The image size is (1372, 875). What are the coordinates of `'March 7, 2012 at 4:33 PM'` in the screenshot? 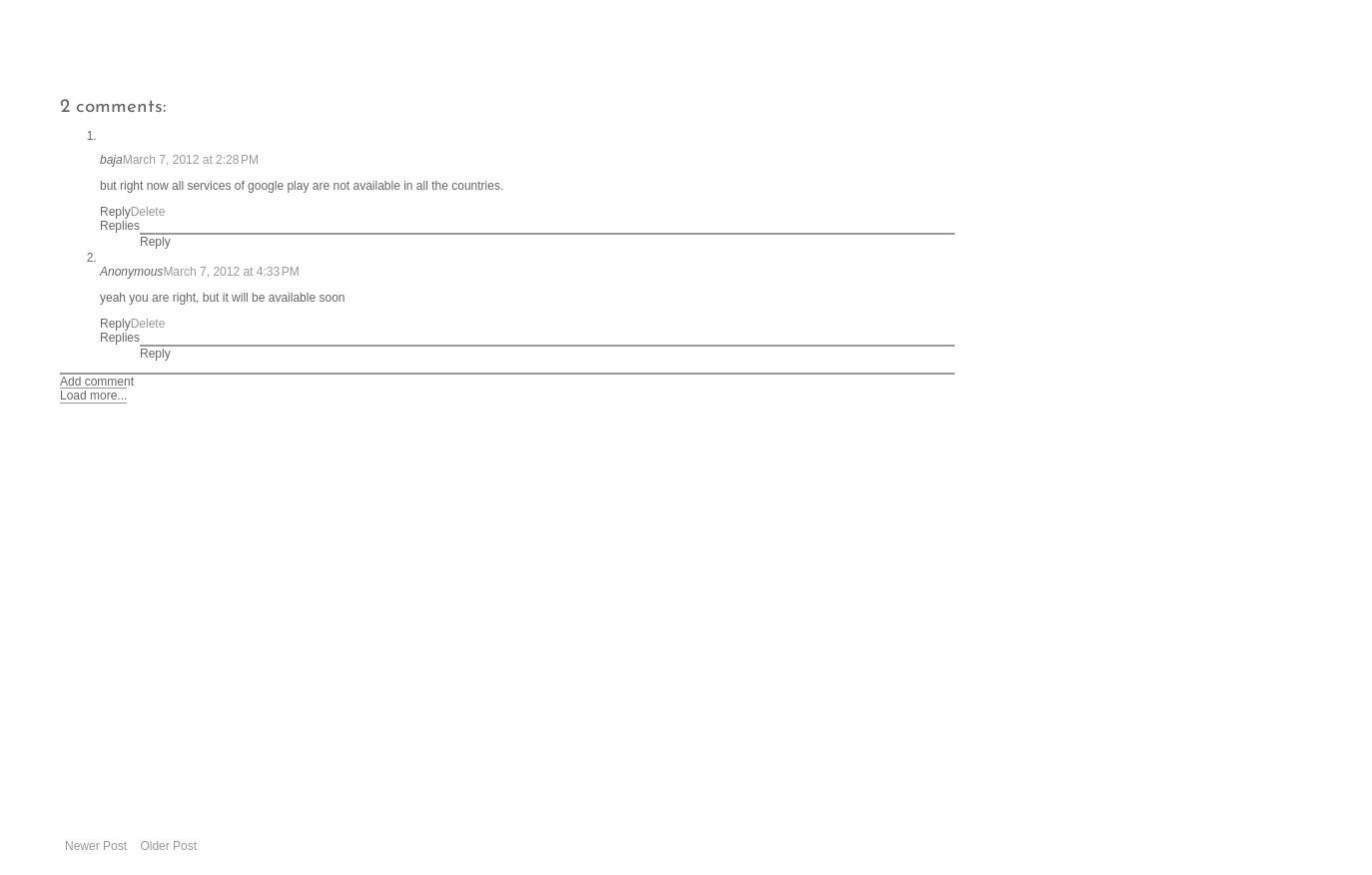 It's located at (229, 270).